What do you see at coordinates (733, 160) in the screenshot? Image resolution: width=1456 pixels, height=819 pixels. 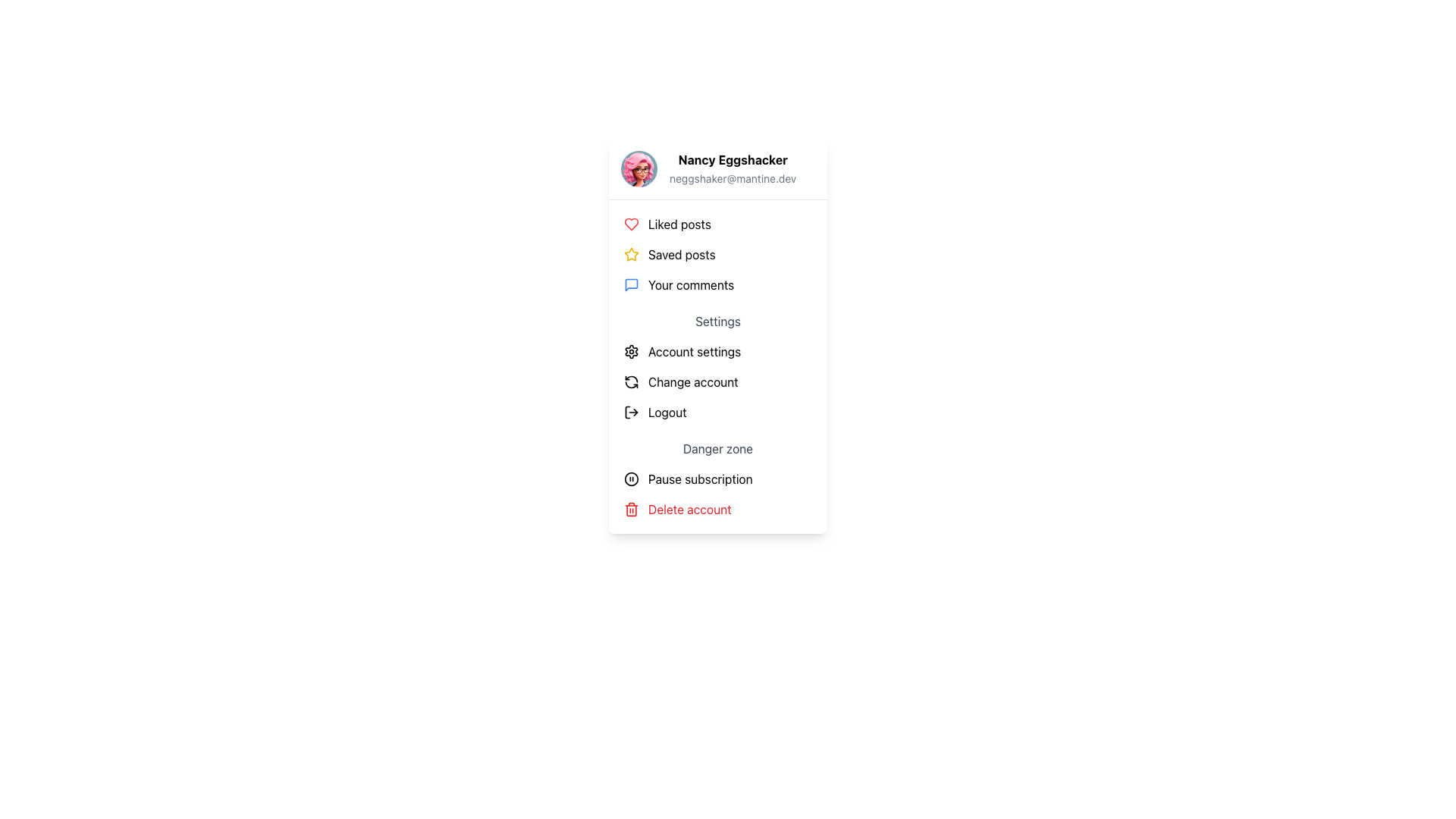 I see `the text display element that shows the user's name on the profile card, located at the top right of the profile image` at bounding box center [733, 160].